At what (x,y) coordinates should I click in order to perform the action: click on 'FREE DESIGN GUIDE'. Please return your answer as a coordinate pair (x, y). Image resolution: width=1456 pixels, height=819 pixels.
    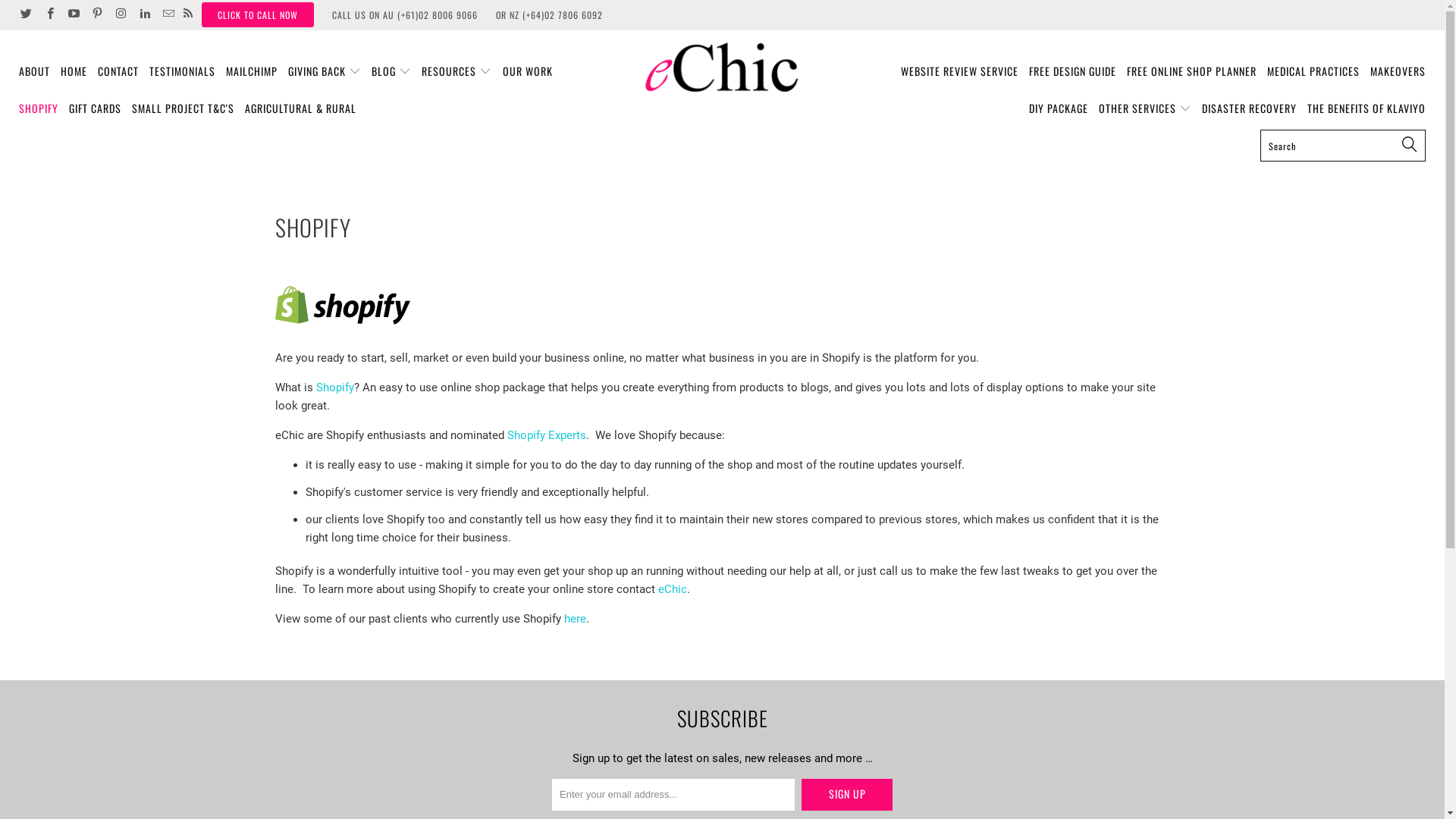
    Looking at the image, I should click on (1072, 71).